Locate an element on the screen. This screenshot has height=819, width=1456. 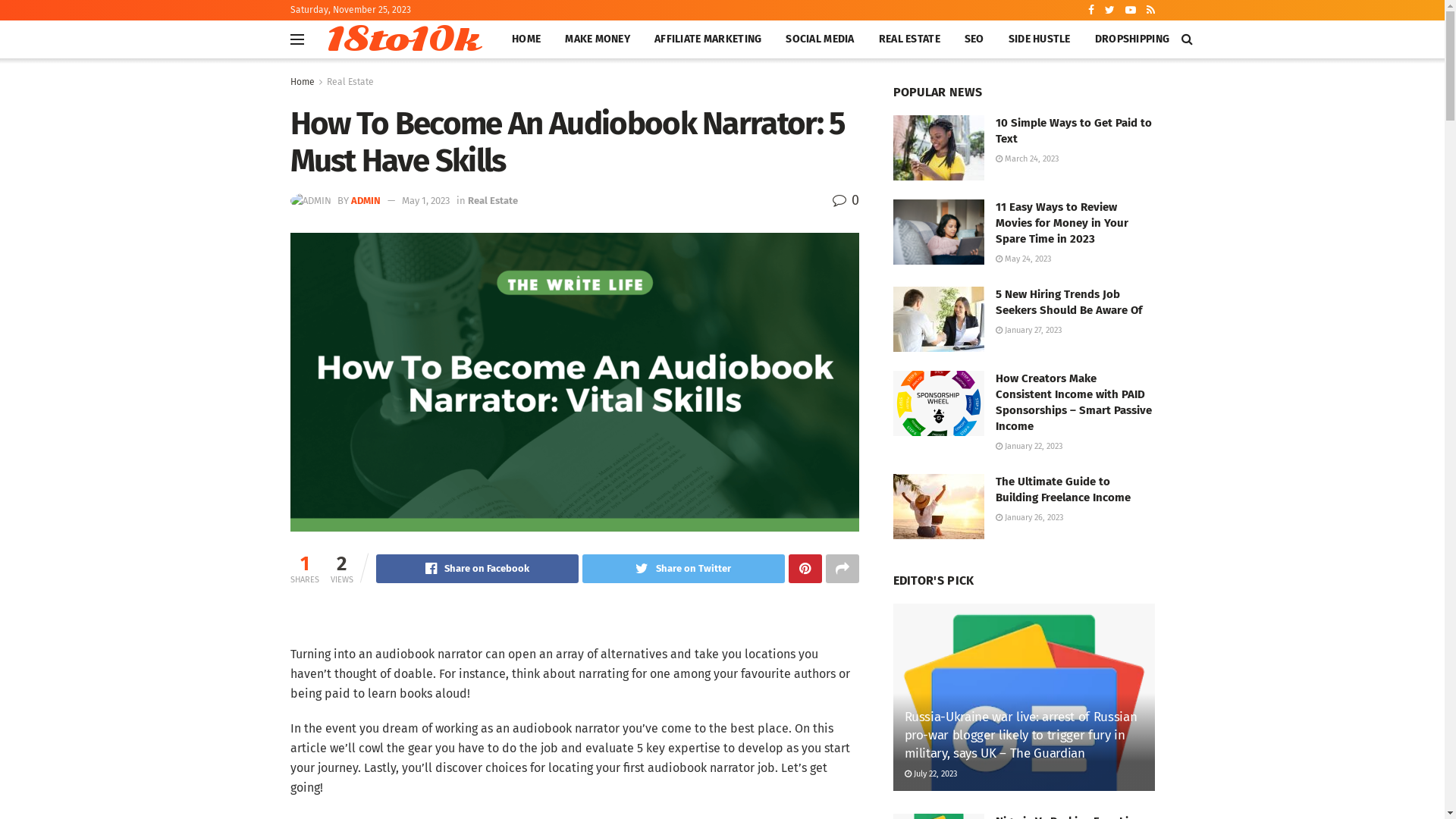
'SOCIAL MEDIA' is located at coordinates (773, 38).